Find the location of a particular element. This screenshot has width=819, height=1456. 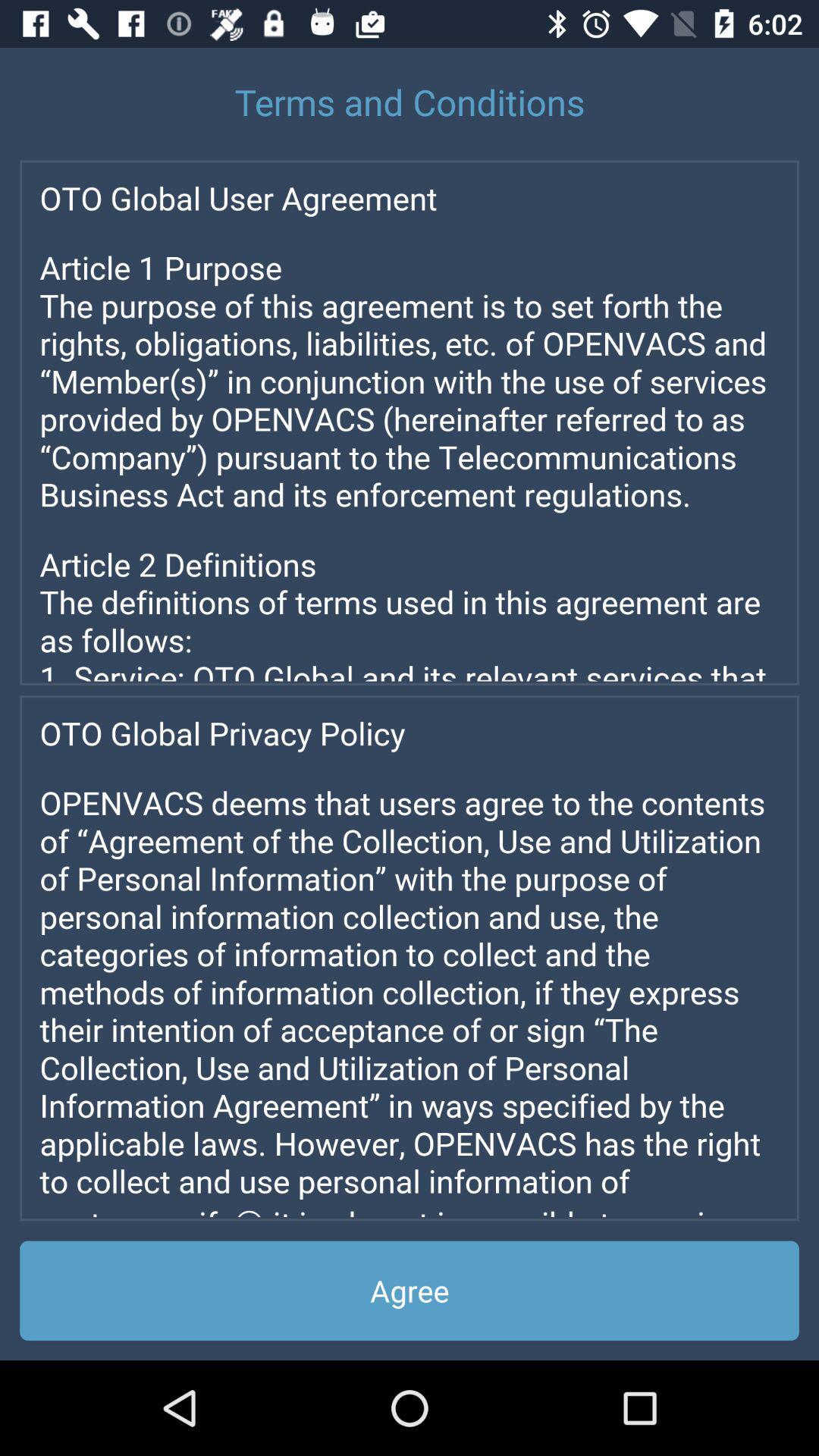

advertisement page is located at coordinates (409, 957).